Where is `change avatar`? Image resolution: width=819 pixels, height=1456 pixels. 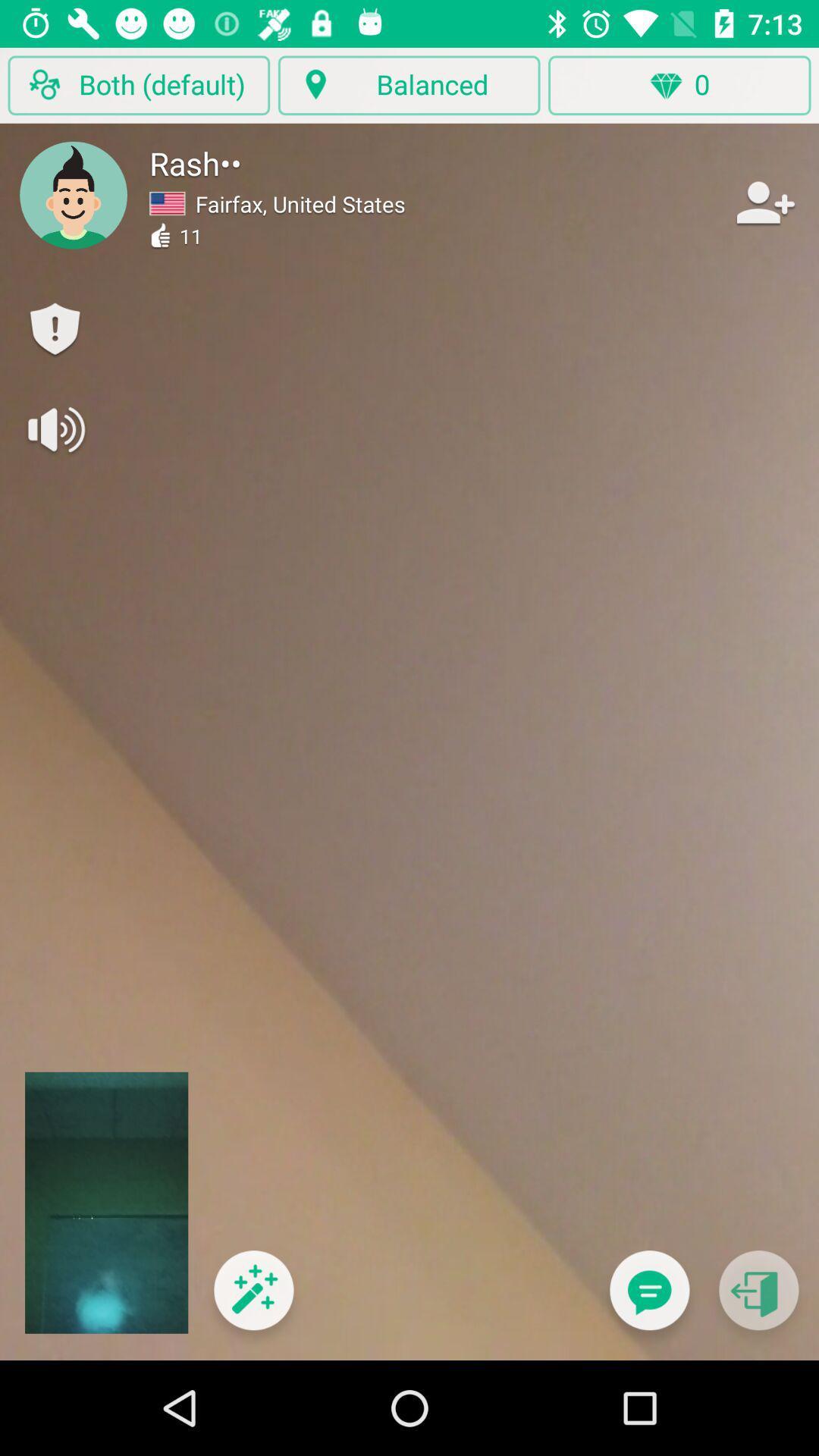 change avatar is located at coordinates (74, 194).